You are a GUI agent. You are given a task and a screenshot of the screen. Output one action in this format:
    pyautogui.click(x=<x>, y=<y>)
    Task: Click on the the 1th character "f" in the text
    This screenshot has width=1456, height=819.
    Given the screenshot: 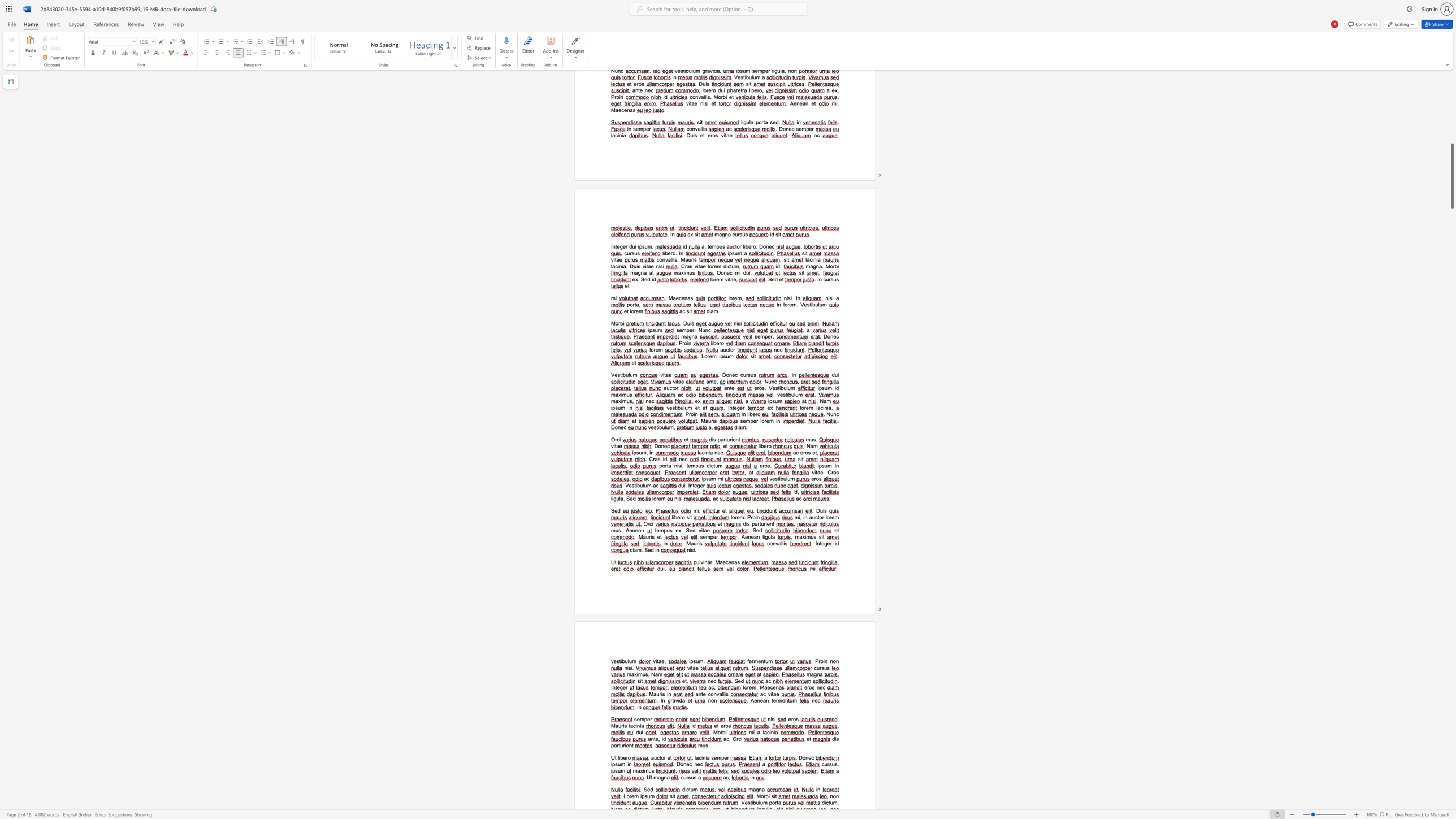 What is the action you would take?
    pyautogui.click(x=748, y=661)
    